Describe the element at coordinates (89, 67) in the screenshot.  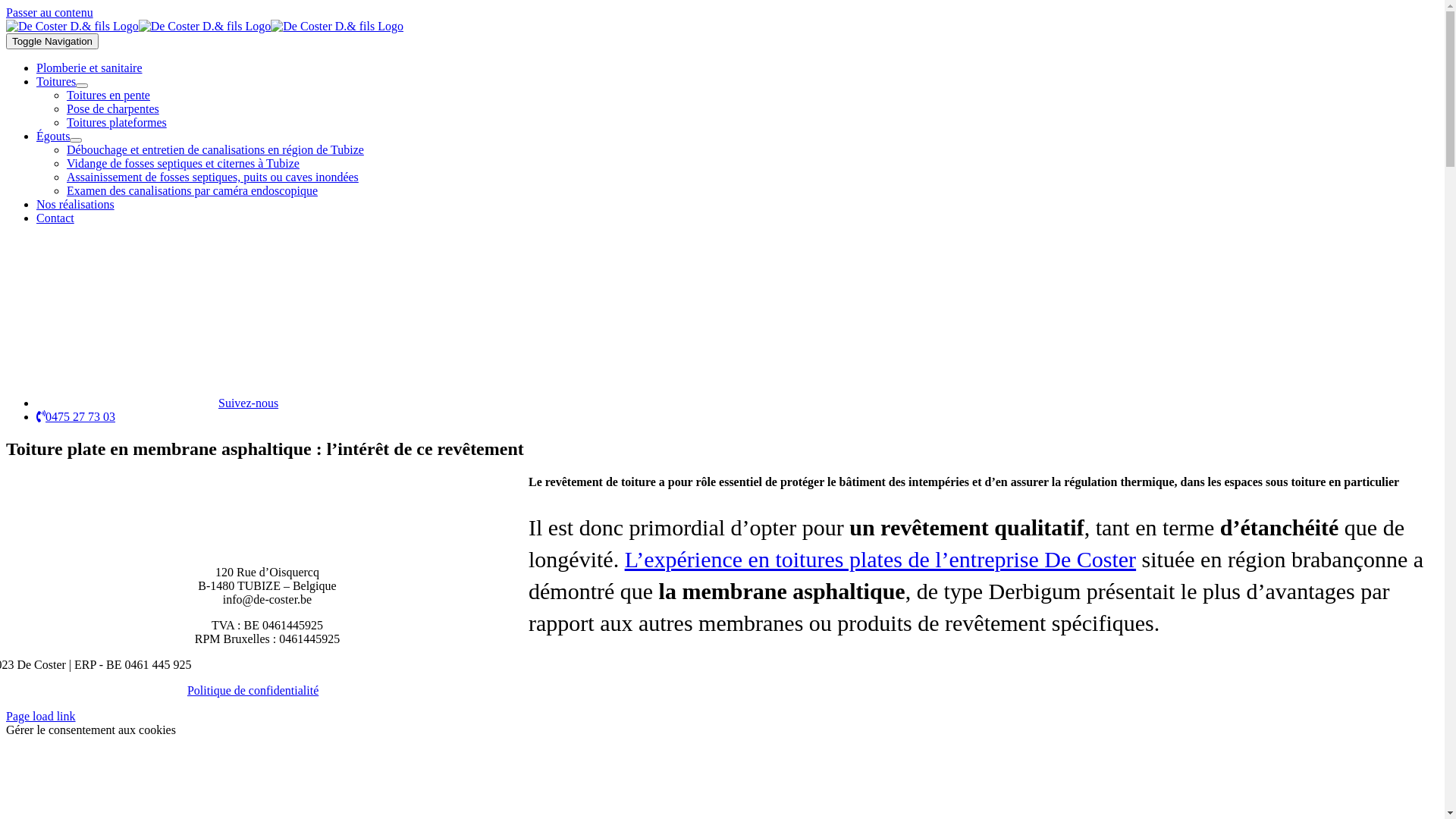
I see `'Plomberie et sanitaire'` at that location.